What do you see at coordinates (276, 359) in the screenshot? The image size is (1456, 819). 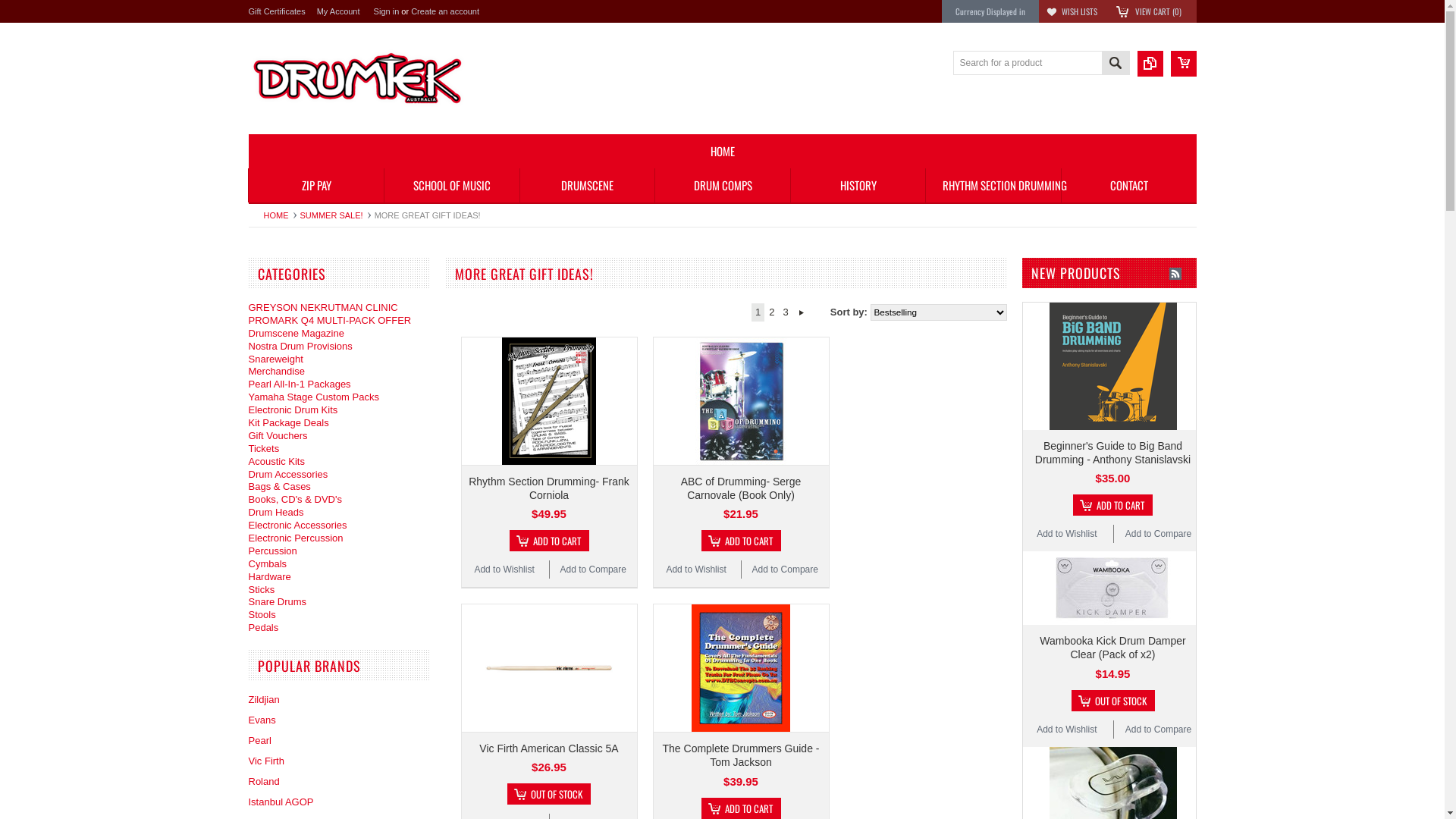 I see `'Snareweight'` at bounding box center [276, 359].